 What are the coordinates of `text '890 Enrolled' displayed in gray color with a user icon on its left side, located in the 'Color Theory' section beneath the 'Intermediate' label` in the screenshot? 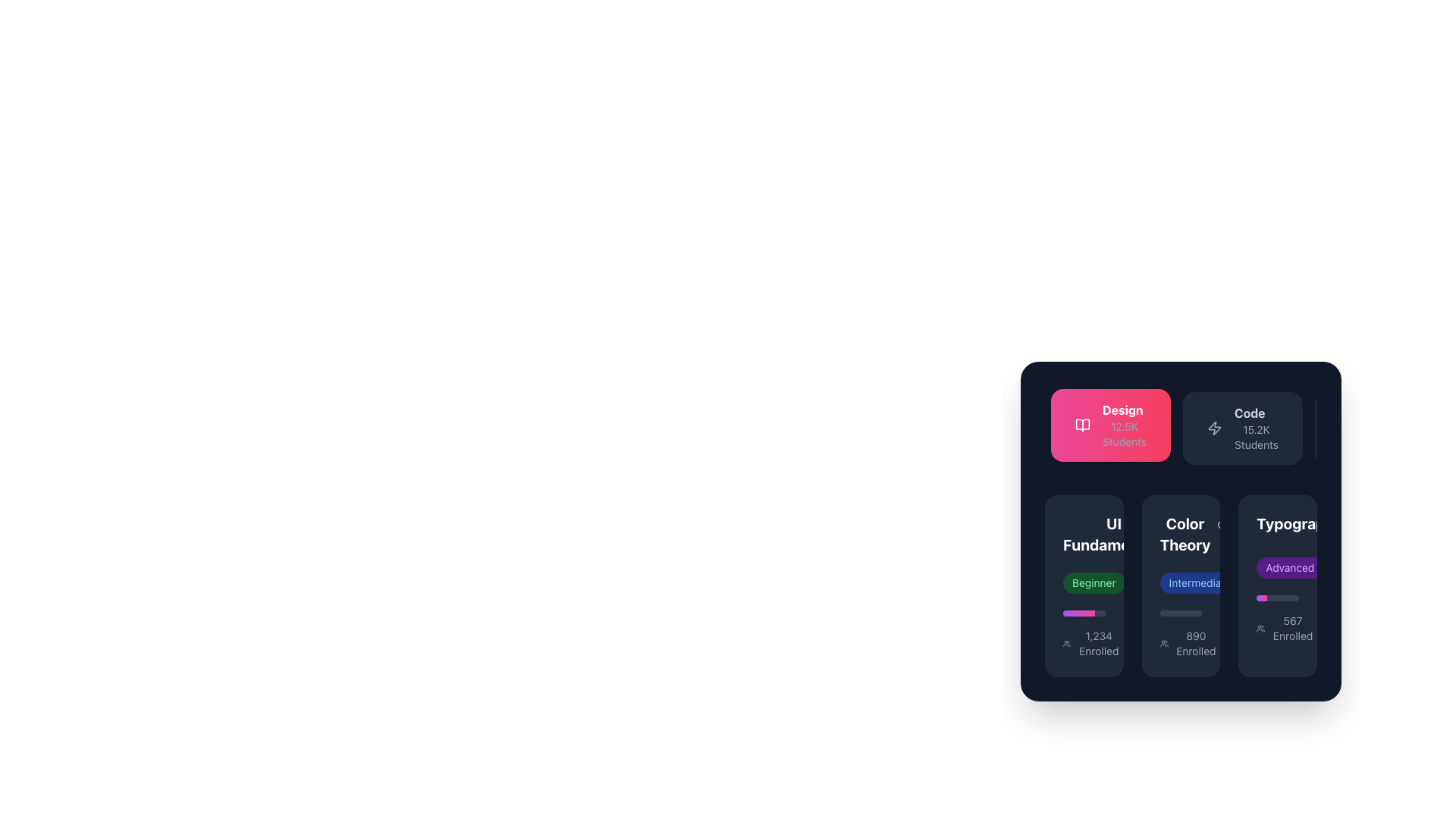 It's located at (1180, 643).